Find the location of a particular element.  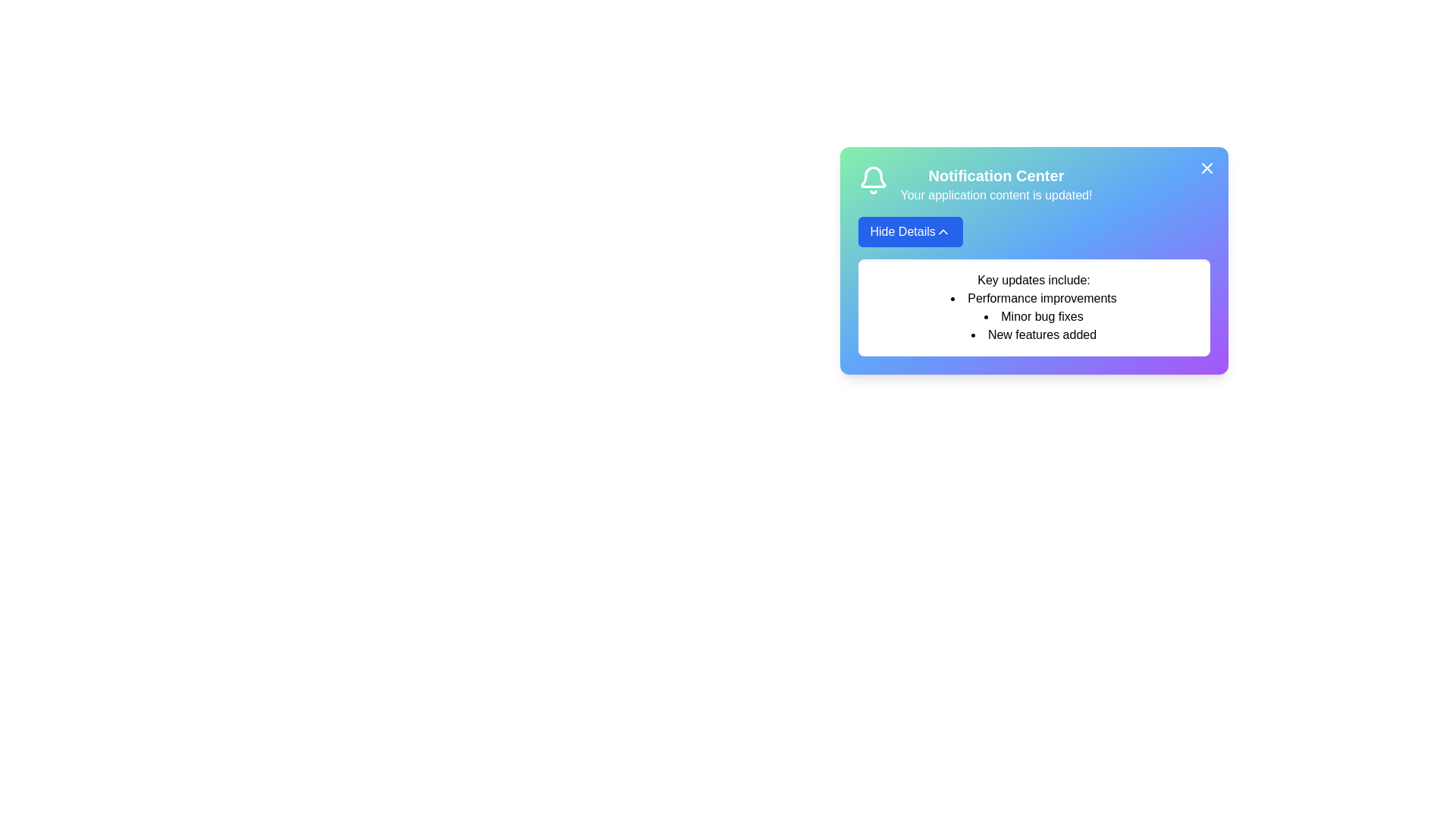

the bell icon to interact with it is located at coordinates (873, 180).